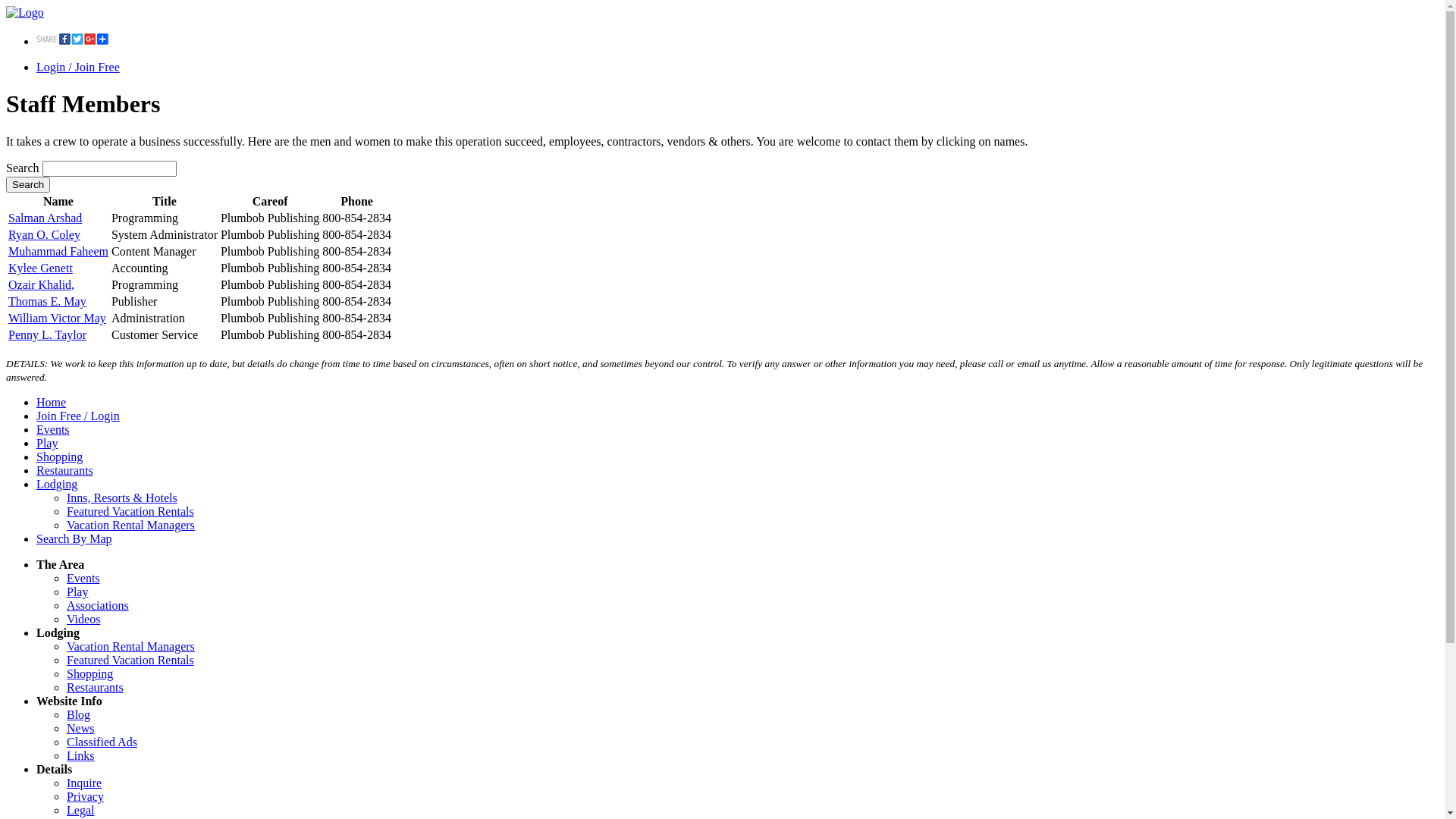  Describe the element at coordinates (57, 484) in the screenshot. I see `'Lodging'` at that location.